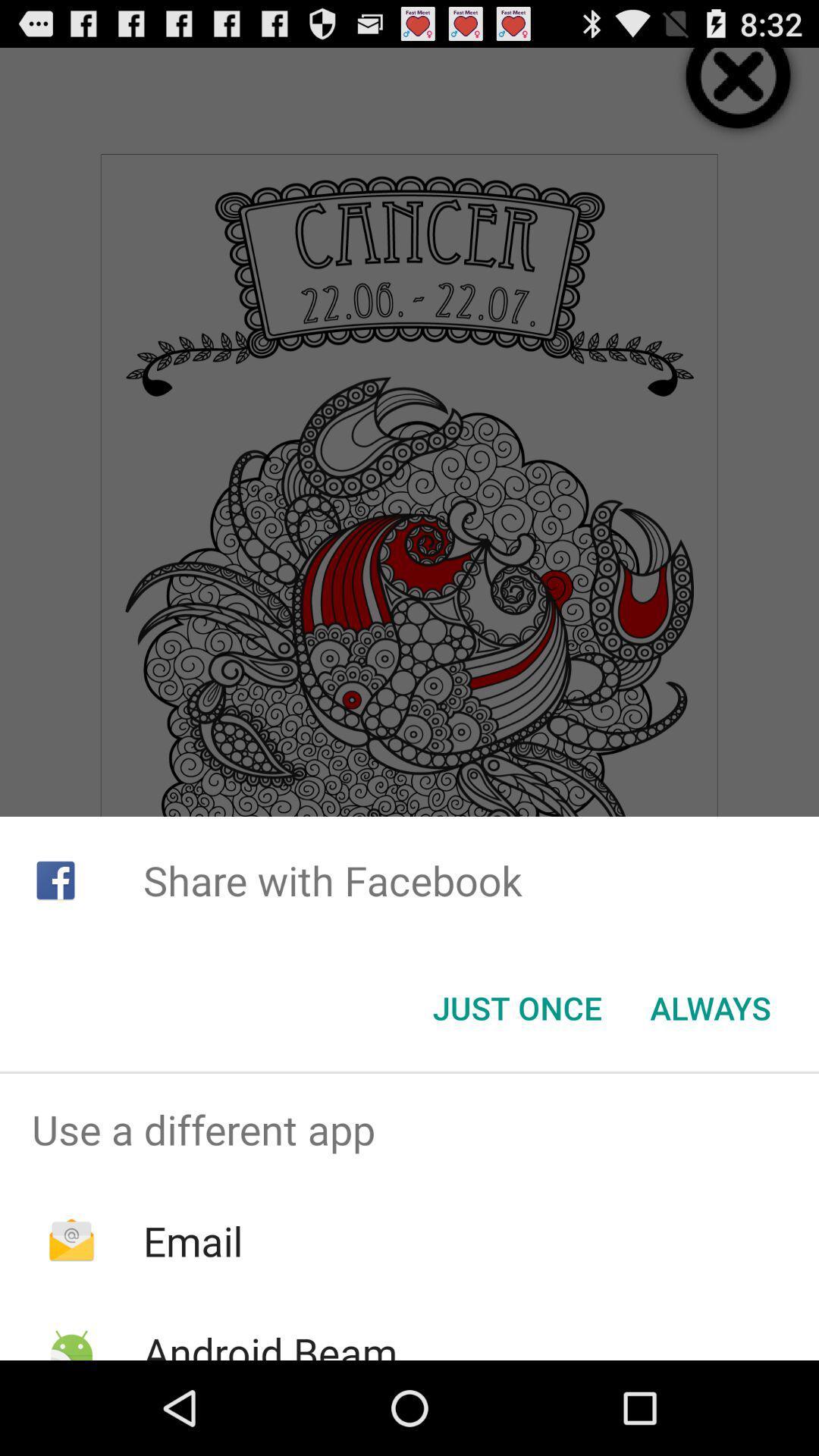 This screenshot has width=819, height=1456. I want to click on the android beam app, so click(269, 1342).